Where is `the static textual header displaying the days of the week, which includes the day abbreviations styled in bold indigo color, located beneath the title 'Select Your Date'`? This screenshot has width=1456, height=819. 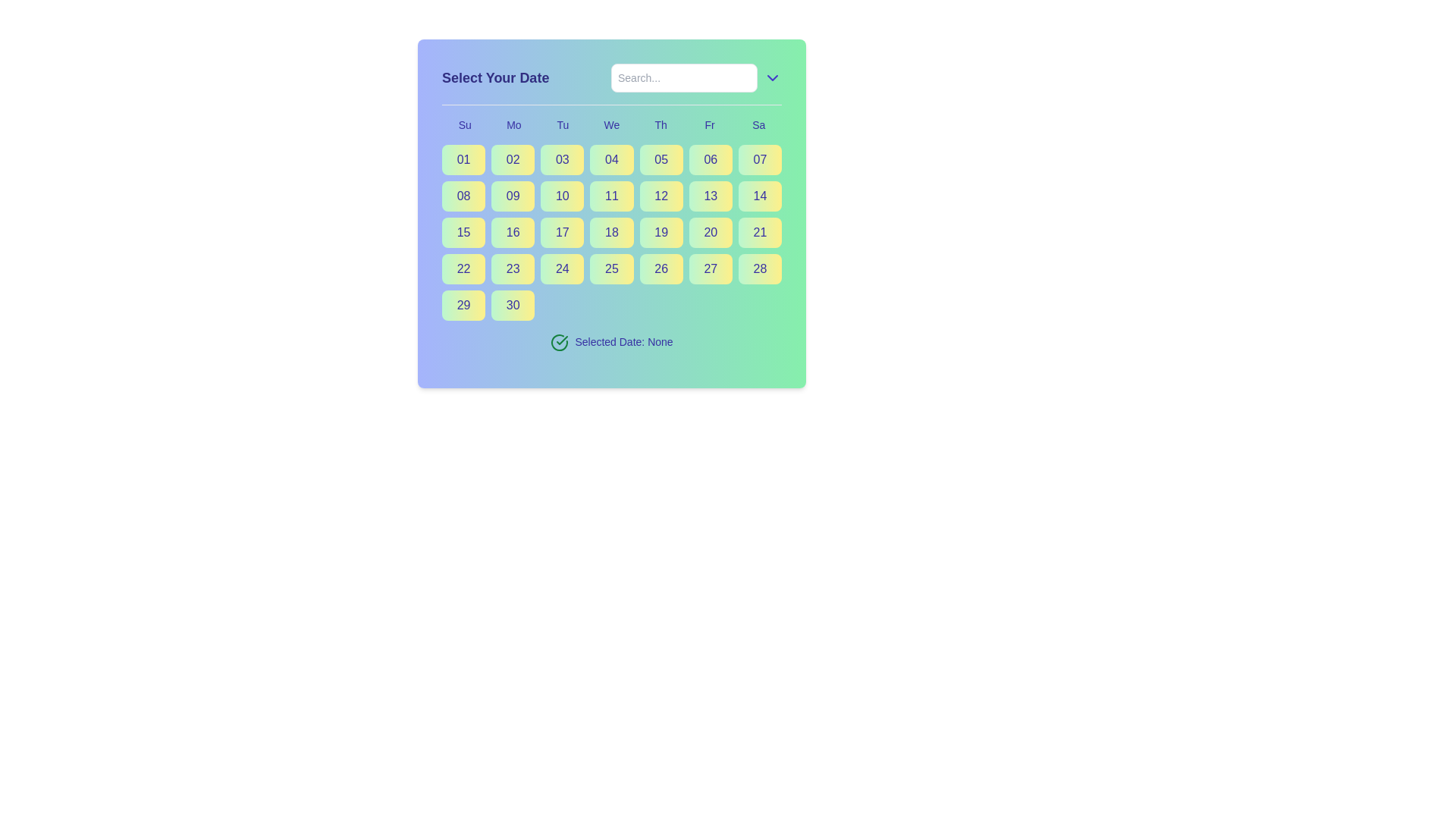 the static textual header displaying the days of the week, which includes the day abbreviations styled in bold indigo color, located beneath the title 'Select Your Date' is located at coordinates (611, 124).